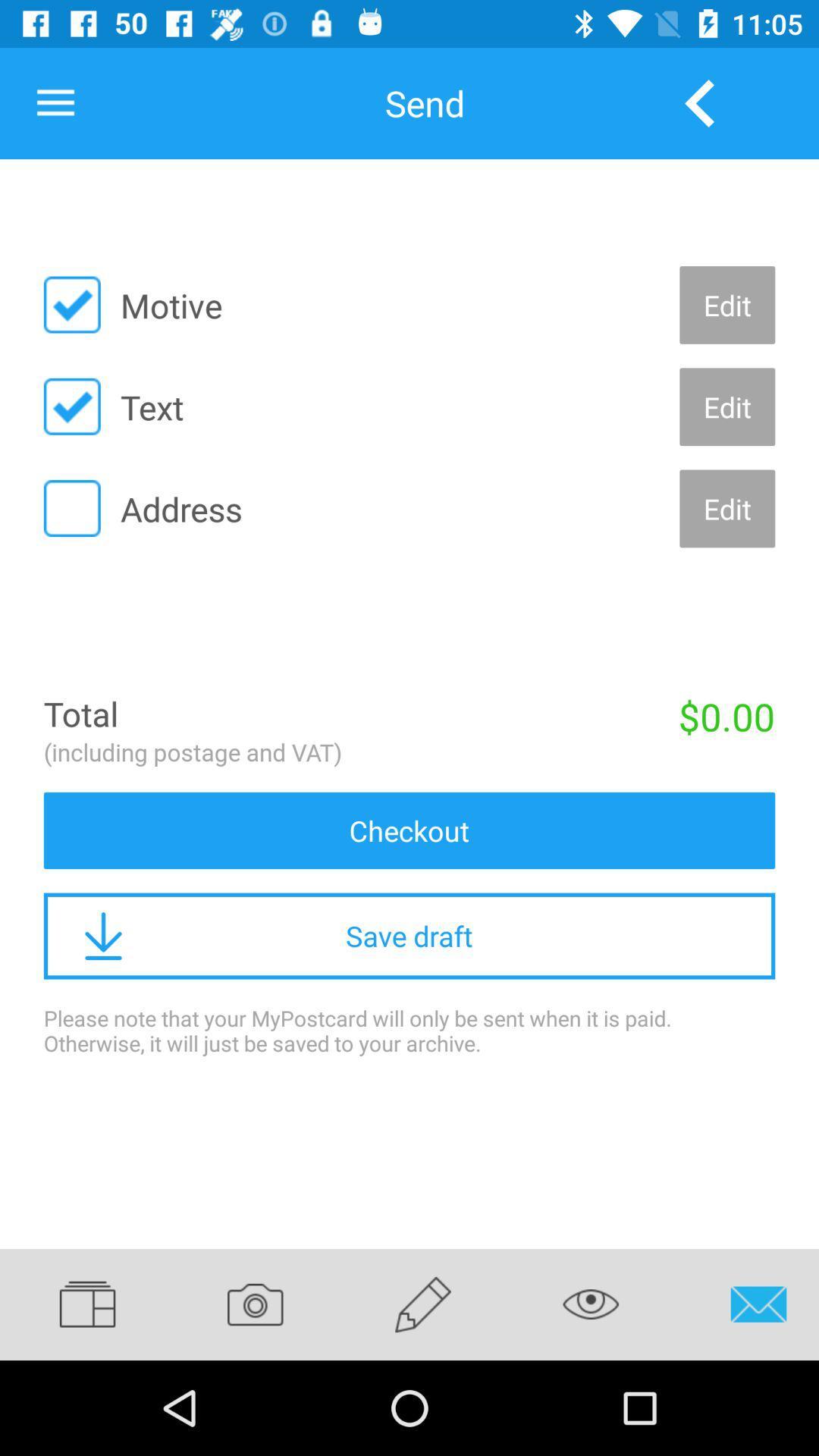 The height and width of the screenshot is (1456, 819). Describe the element at coordinates (423, 1304) in the screenshot. I see `the icon below please note that icon` at that location.